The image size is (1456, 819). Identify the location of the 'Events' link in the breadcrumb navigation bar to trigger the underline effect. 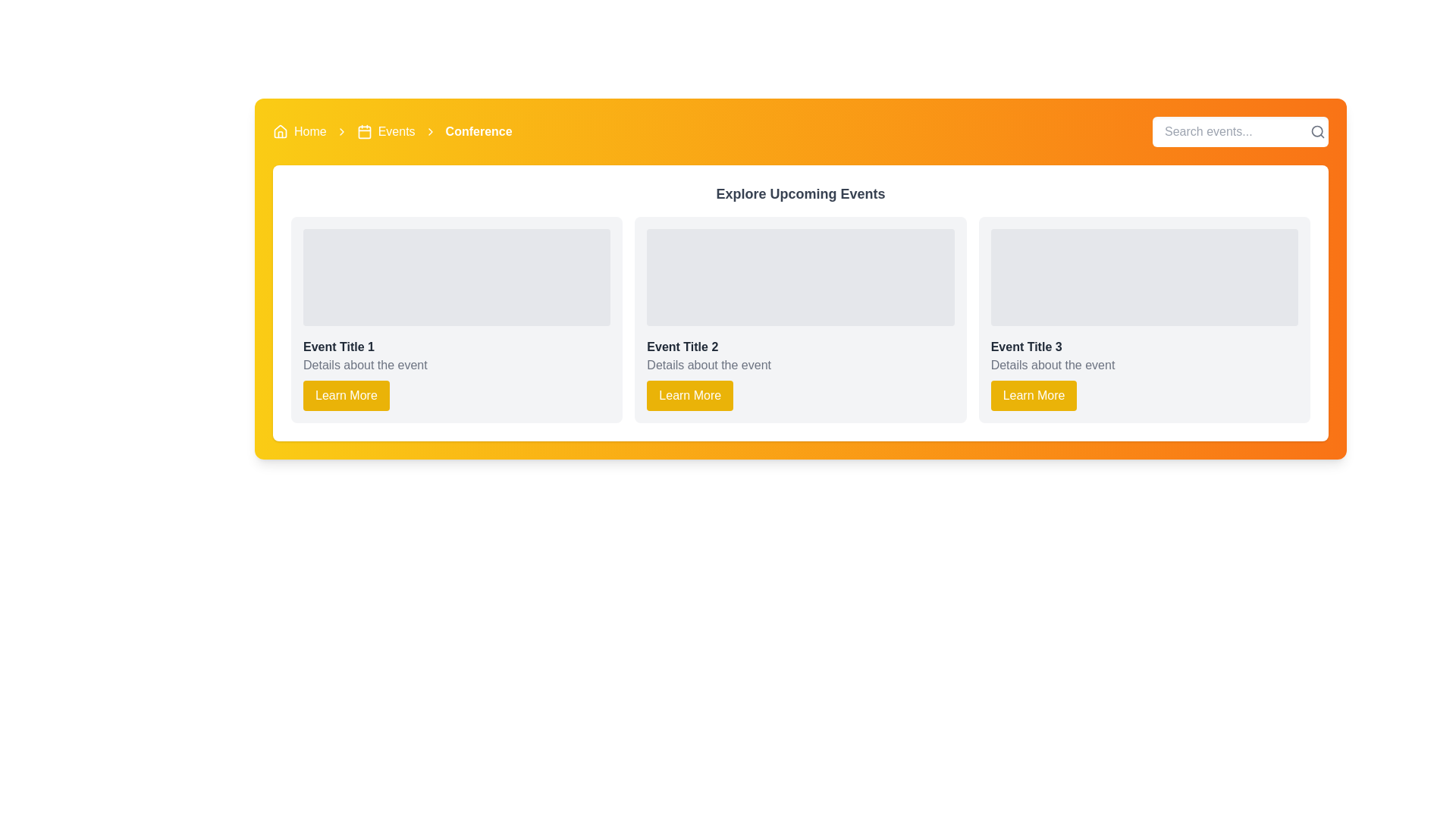
(397, 130).